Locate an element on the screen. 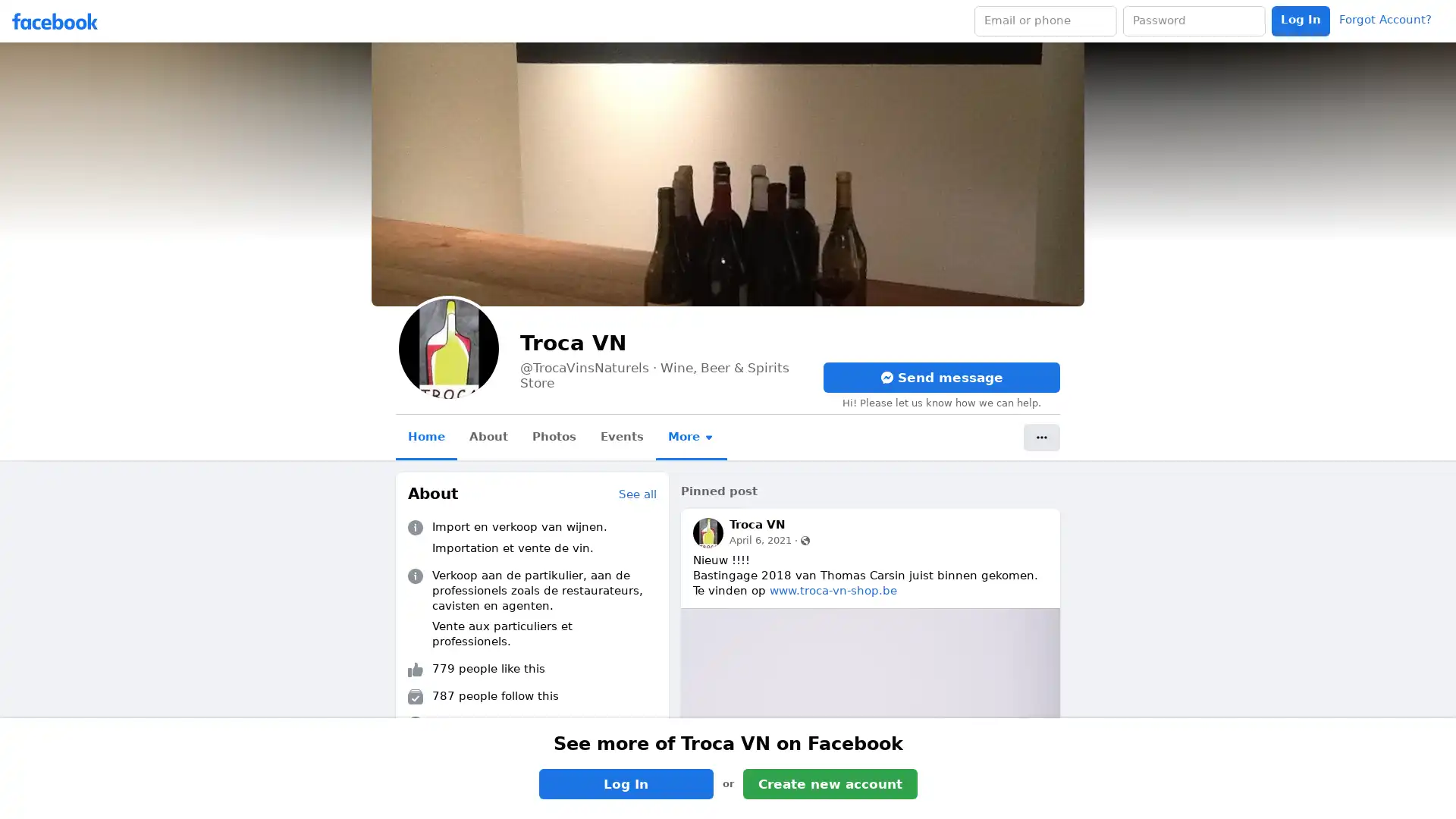 Image resolution: width=1456 pixels, height=819 pixels. Send message is located at coordinates (941, 376).